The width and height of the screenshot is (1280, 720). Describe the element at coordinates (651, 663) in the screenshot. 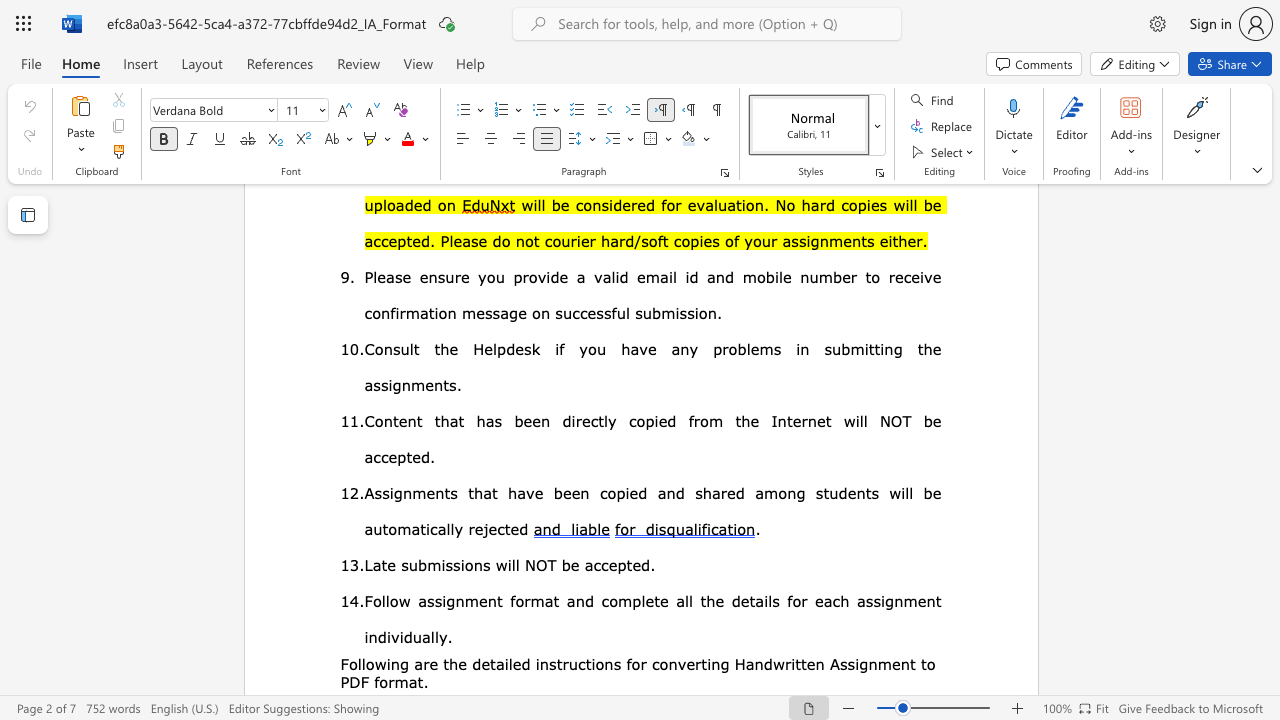

I see `the subset text "conve" within the text "converting"` at that location.